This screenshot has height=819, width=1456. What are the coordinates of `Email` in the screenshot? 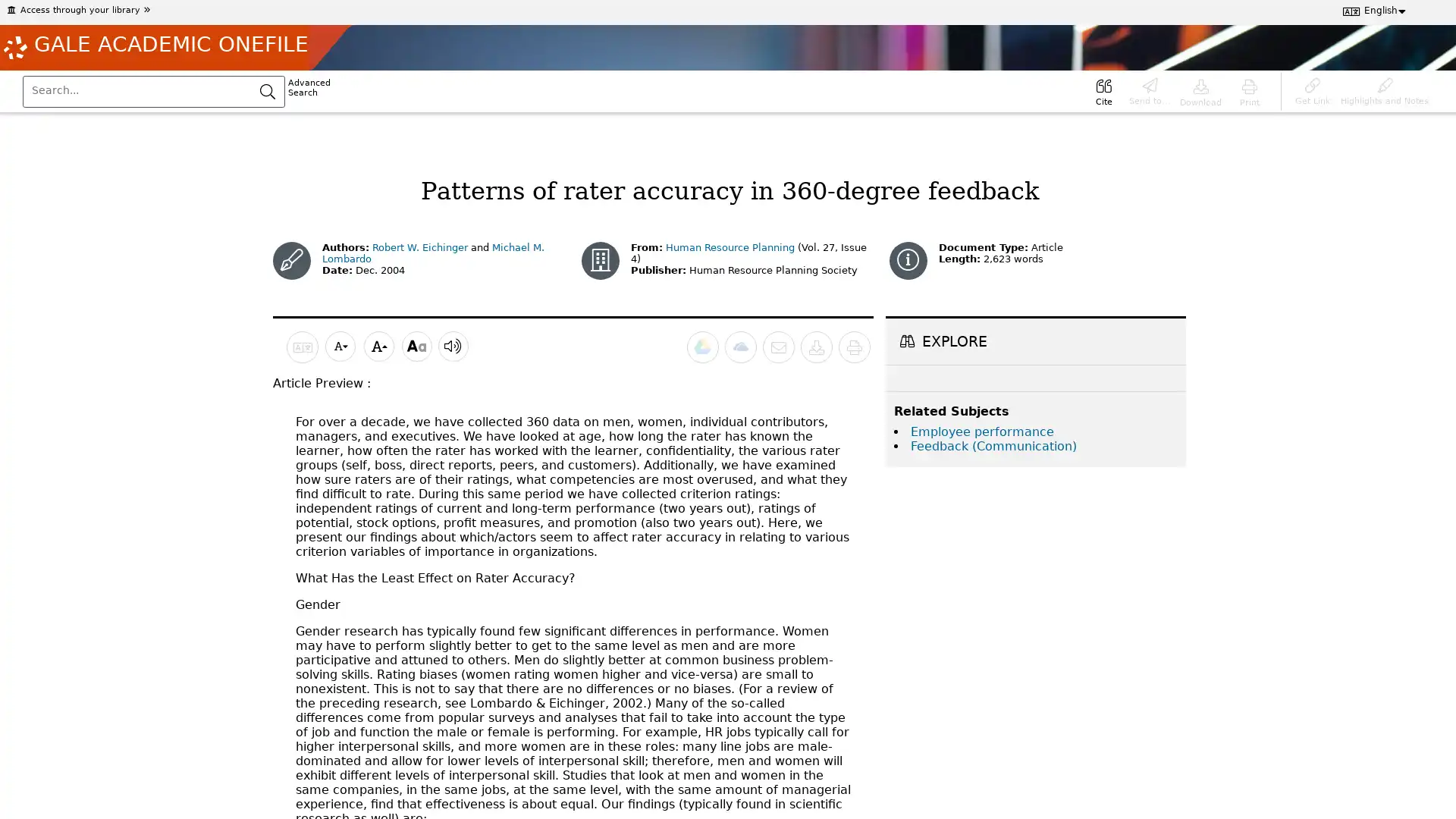 It's located at (779, 347).